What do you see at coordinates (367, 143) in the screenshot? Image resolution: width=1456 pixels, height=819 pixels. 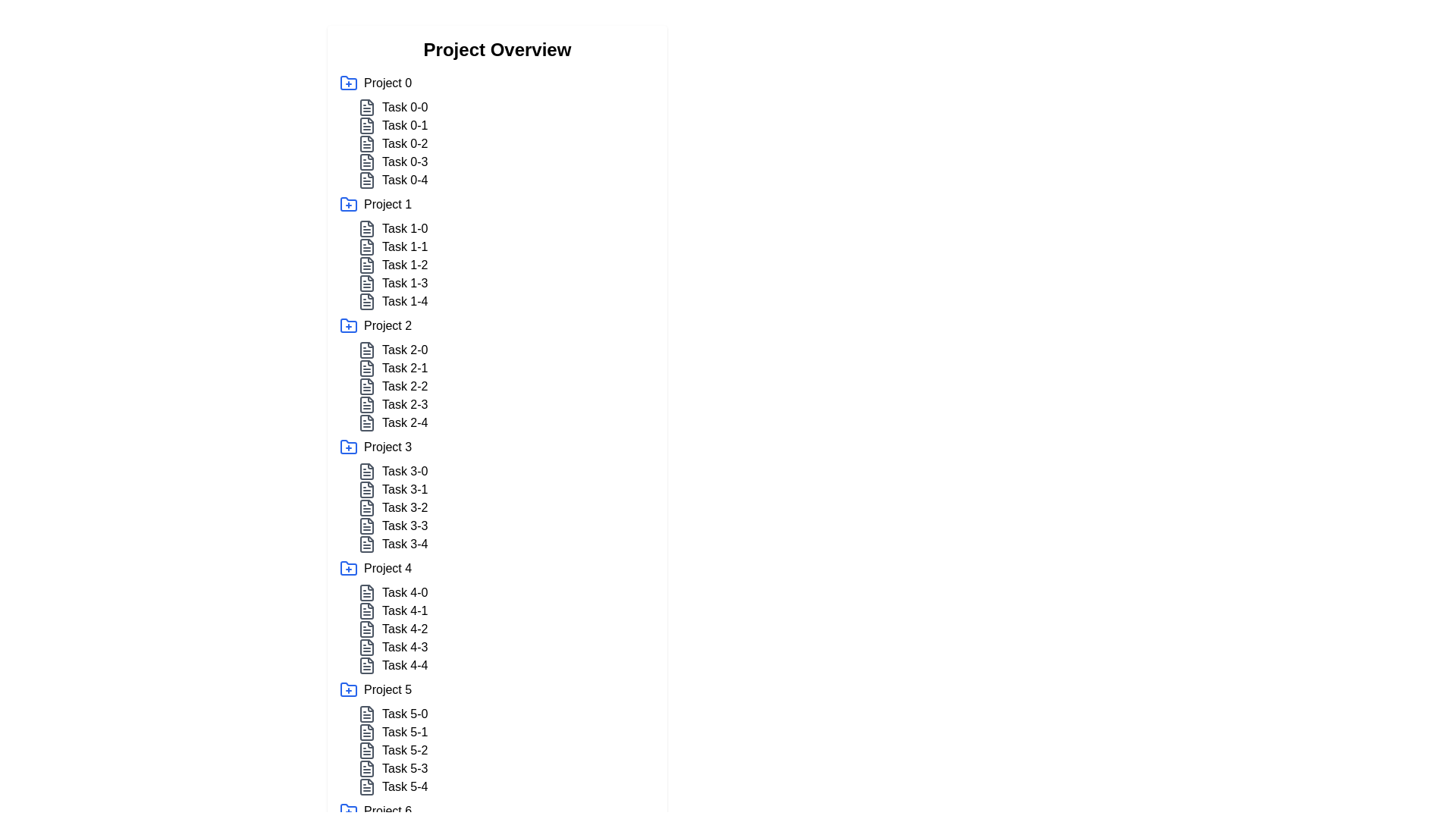 I see `the document icon located within the 'Task 0-2' entry under 'Project 0', which is the first icon to the left of the textual label 'Task 0-2'` at bounding box center [367, 143].